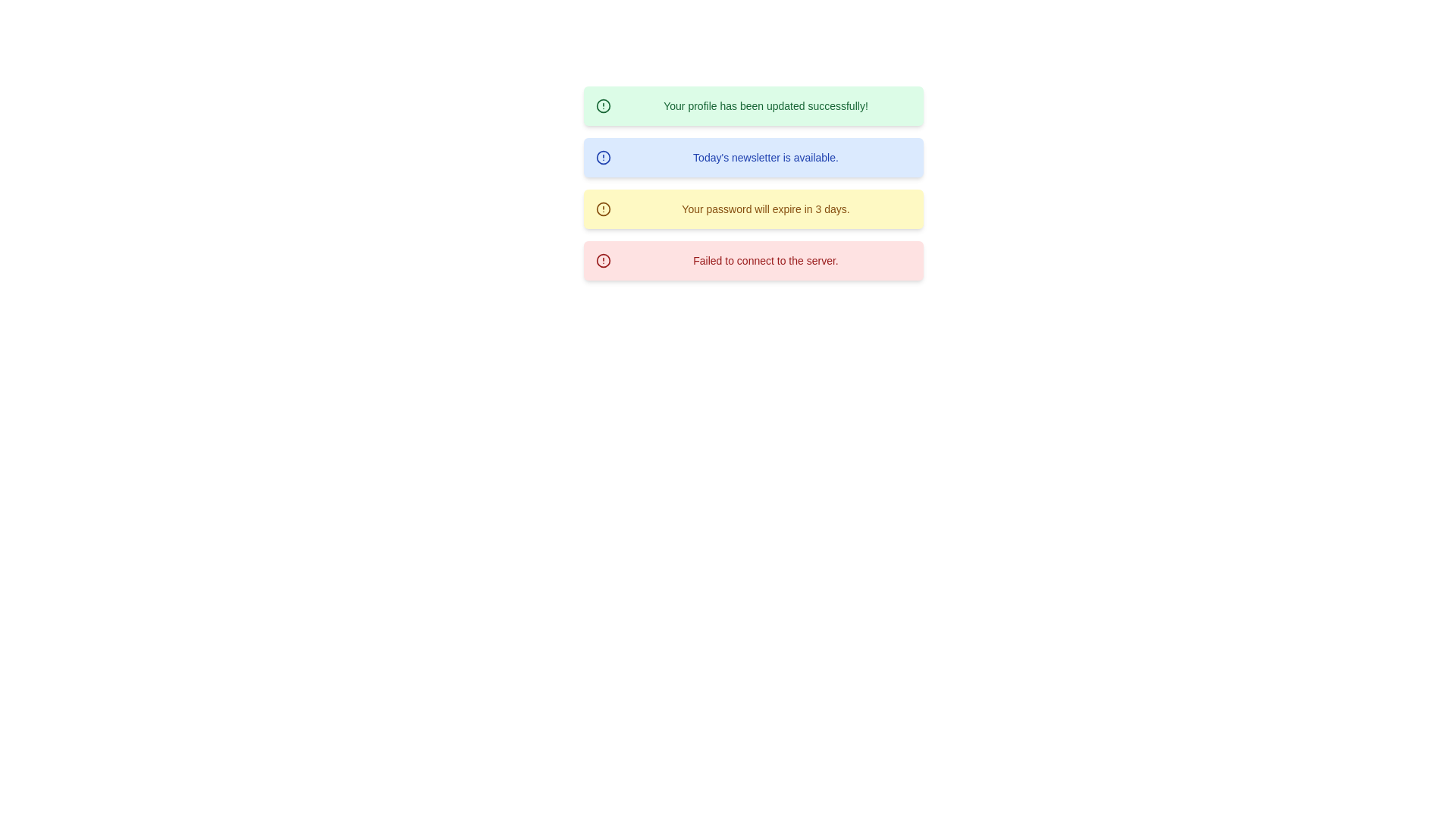 This screenshot has width=1456, height=819. What do you see at coordinates (603, 158) in the screenshot?
I see `the Alert Icon, which is a circular icon with a warning symbol, styled with a blue border, located on the left side of the notification bar for 'Today's newsletter is available.'` at bounding box center [603, 158].